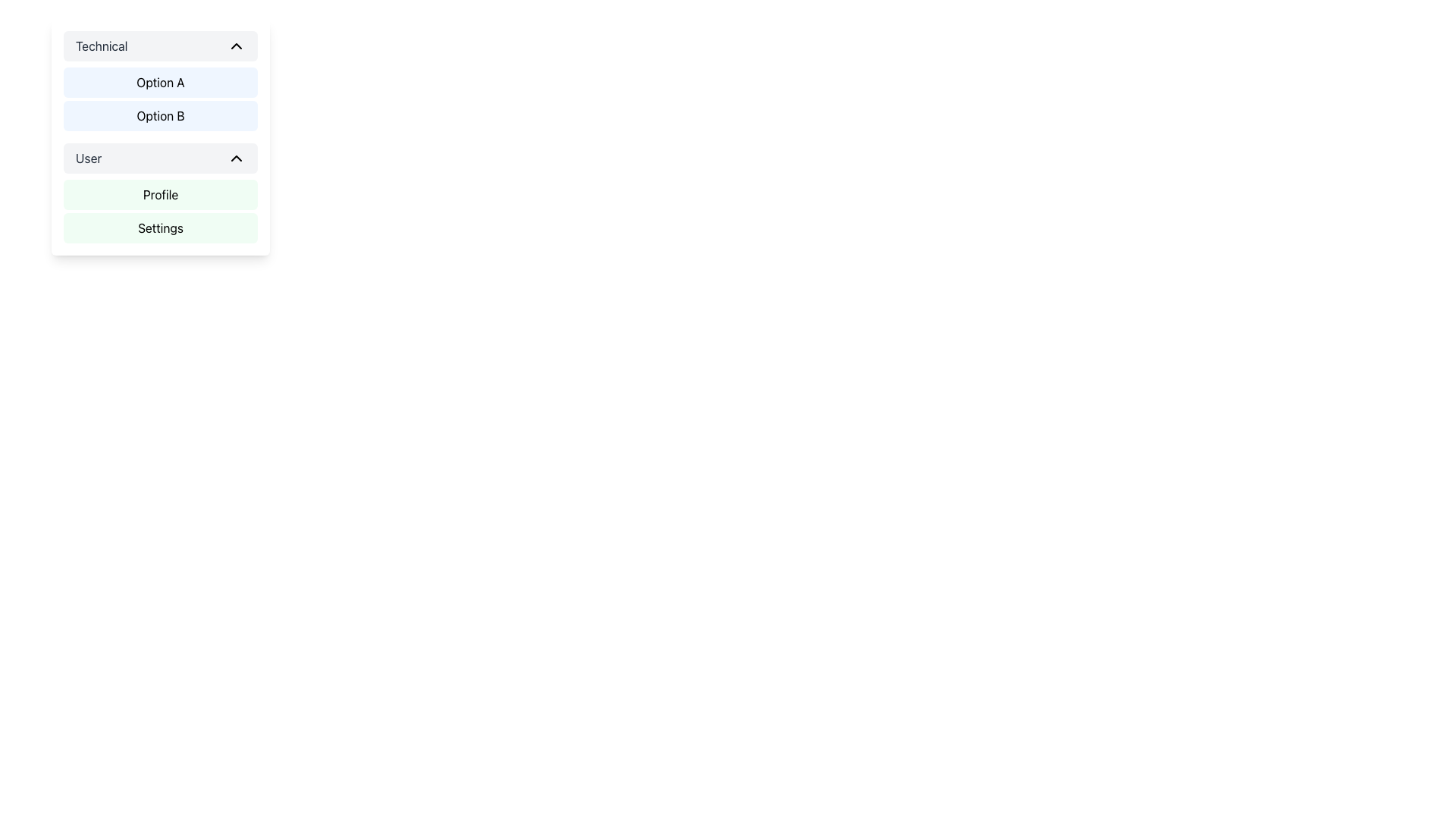 This screenshot has height=819, width=1456. What do you see at coordinates (160, 194) in the screenshot?
I see `the navigational button labeled 'Profile' located above the 'Settings' button in the 'User' section of the dropdown menu` at bounding box center [160, 194].